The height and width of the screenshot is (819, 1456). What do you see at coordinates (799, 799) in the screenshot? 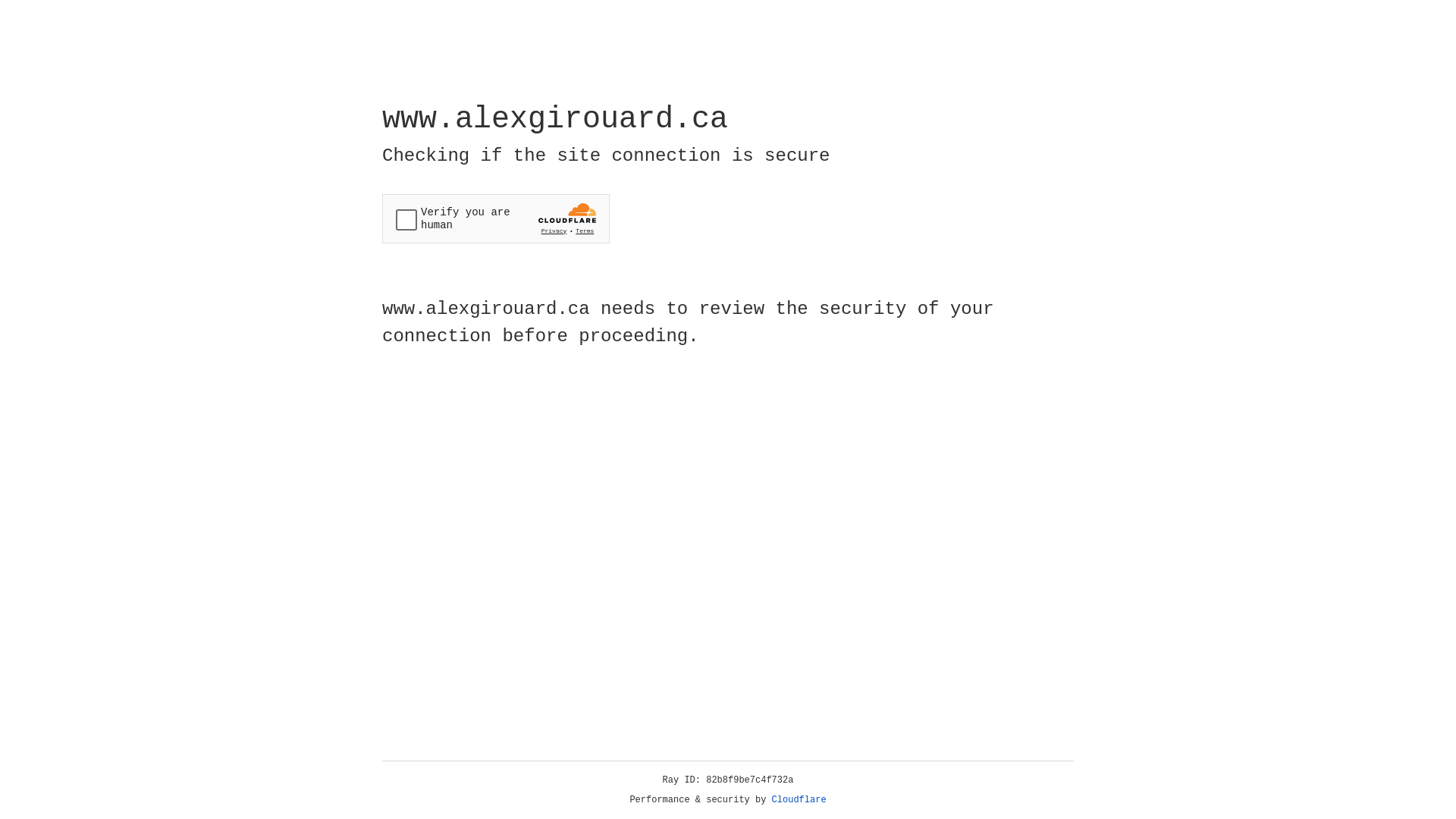
I see `'Cloudflare'` at bounding box center [799, 799].